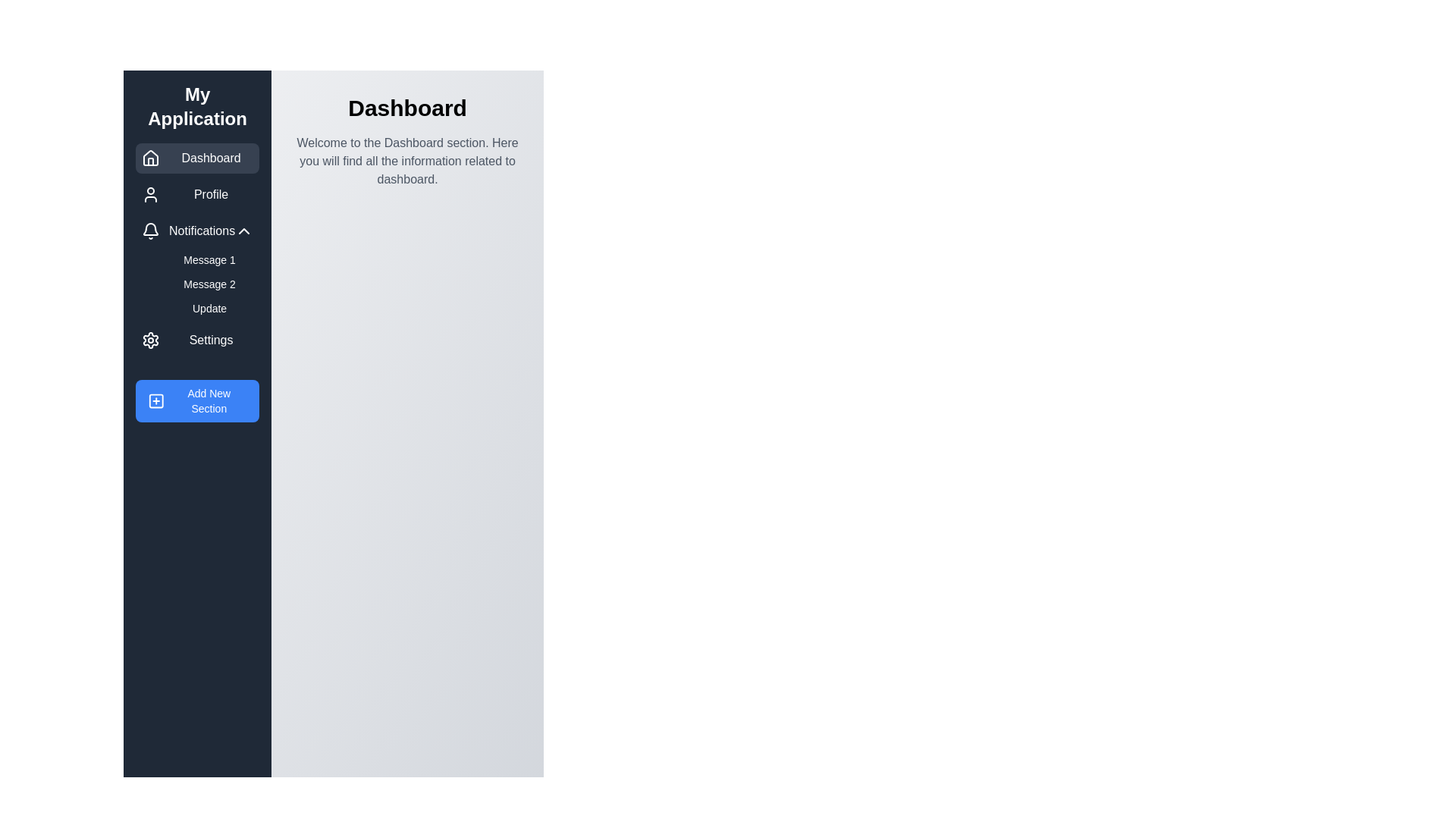 Image resolution: width=1456 pixels, height=819 pixels. I want to click on the 'Notifications' button located in the sidebar, which features a bell icon on the left and a chevron icon on the right, so click(196, 231).